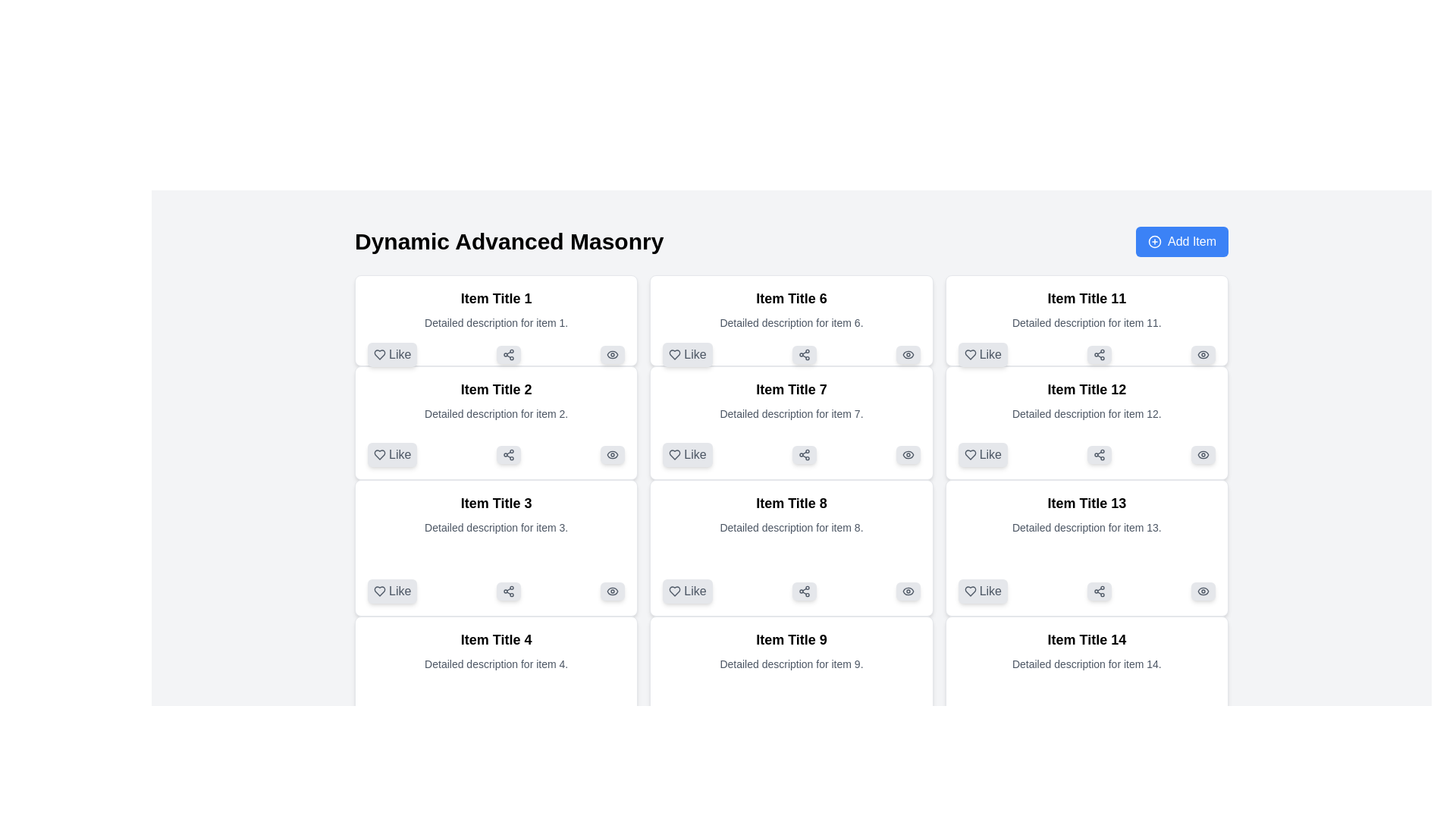 This screenshot has height=819, width=1456. What do you see at coordinates (969, 354) in the screenshot?
I see `the heart icon within the 'Like' button associated with 'Item Title 11'` at bounding box center [969, 354].